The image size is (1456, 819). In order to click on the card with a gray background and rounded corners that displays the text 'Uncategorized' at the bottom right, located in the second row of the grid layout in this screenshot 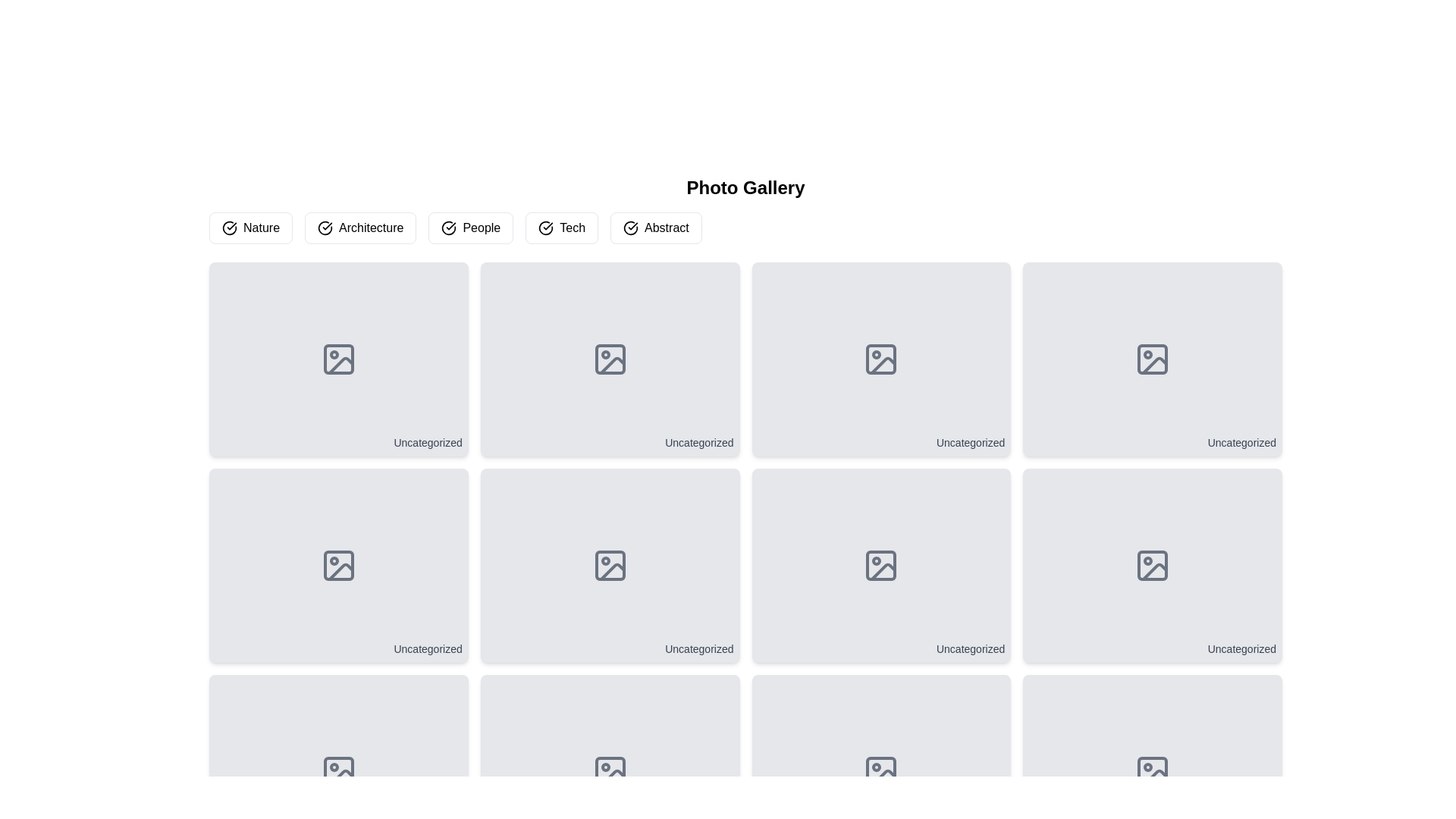, I will do `click(337, 565)`.